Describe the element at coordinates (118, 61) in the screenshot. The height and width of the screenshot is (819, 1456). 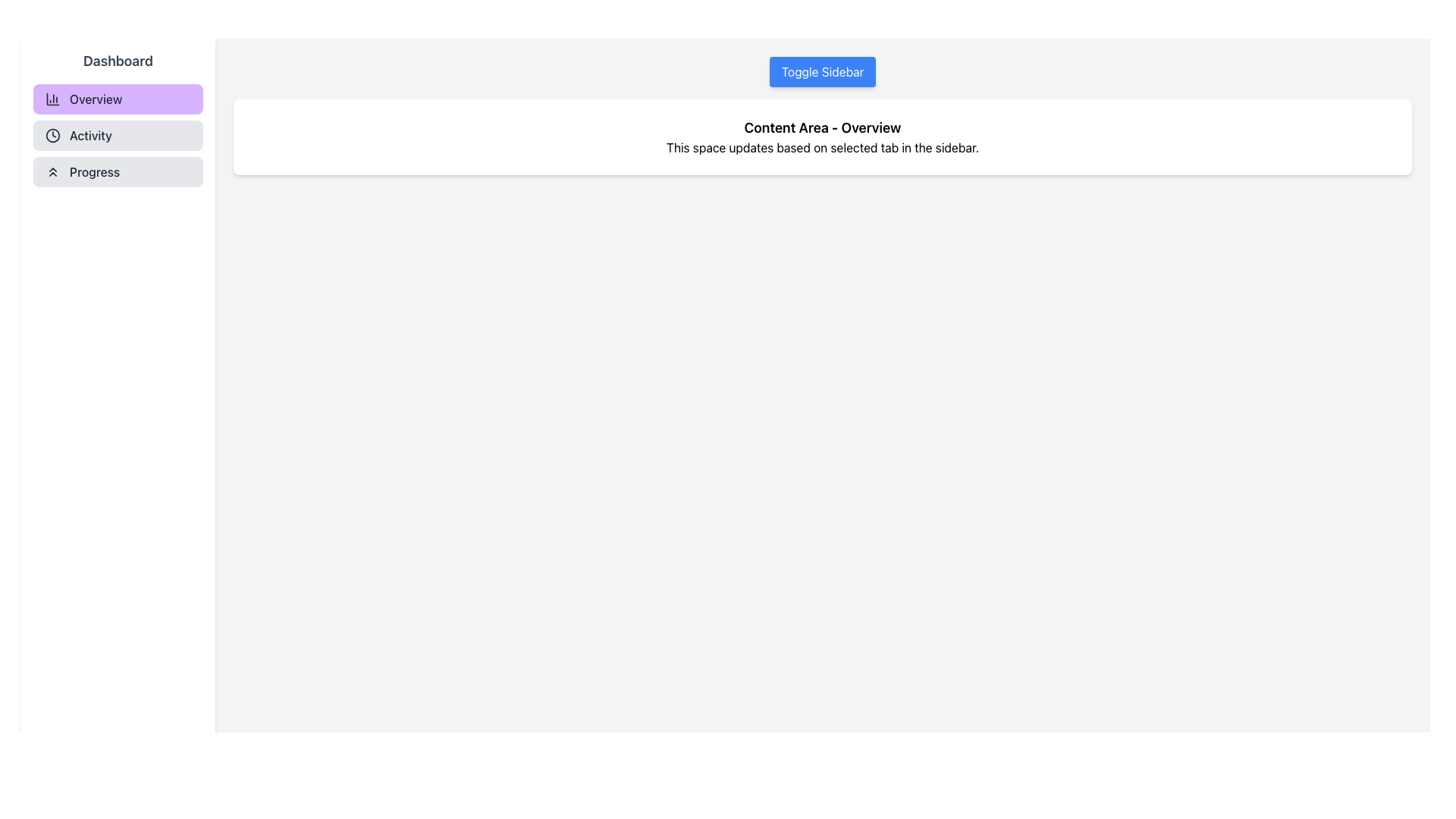
I see `the text label that serves as the heading of the sidebar` at that location.